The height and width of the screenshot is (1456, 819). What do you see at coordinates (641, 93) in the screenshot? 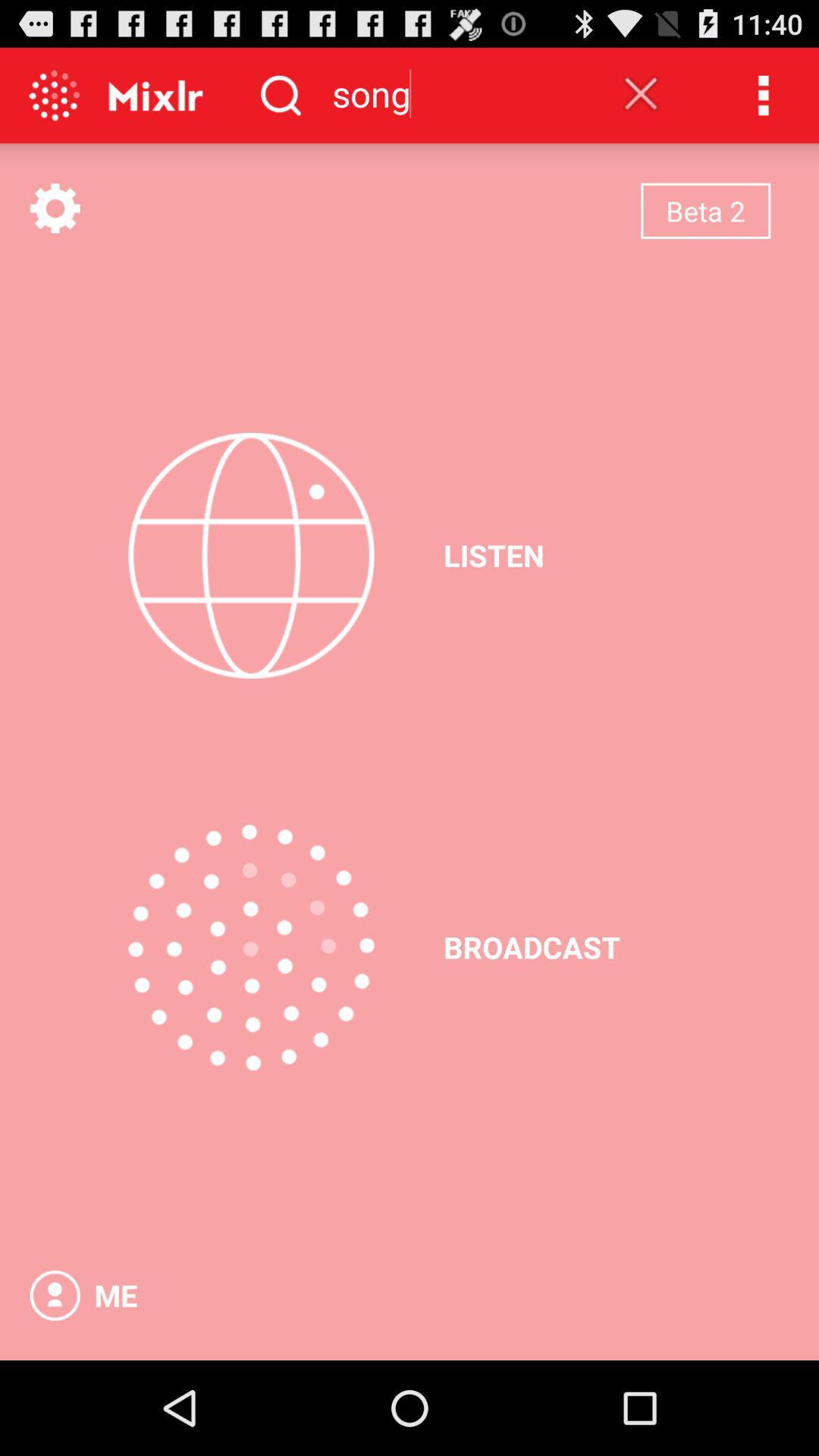
I see `the item to the right of the song` at bounding box center [641, 93].